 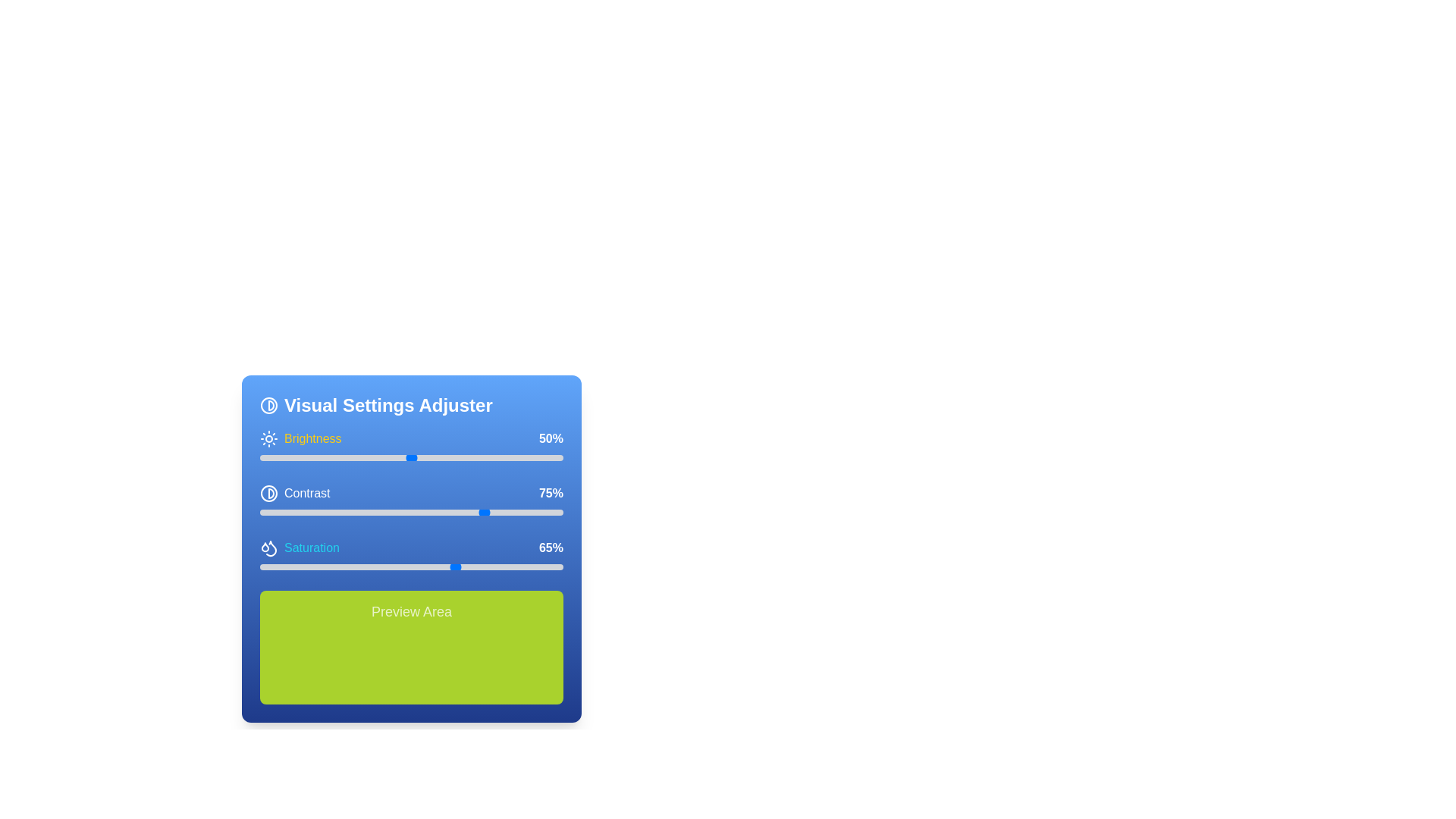 What do you see at coordinates (491, 567) in the screenshot?
I see `saturation` at bounding box center [491, 567].